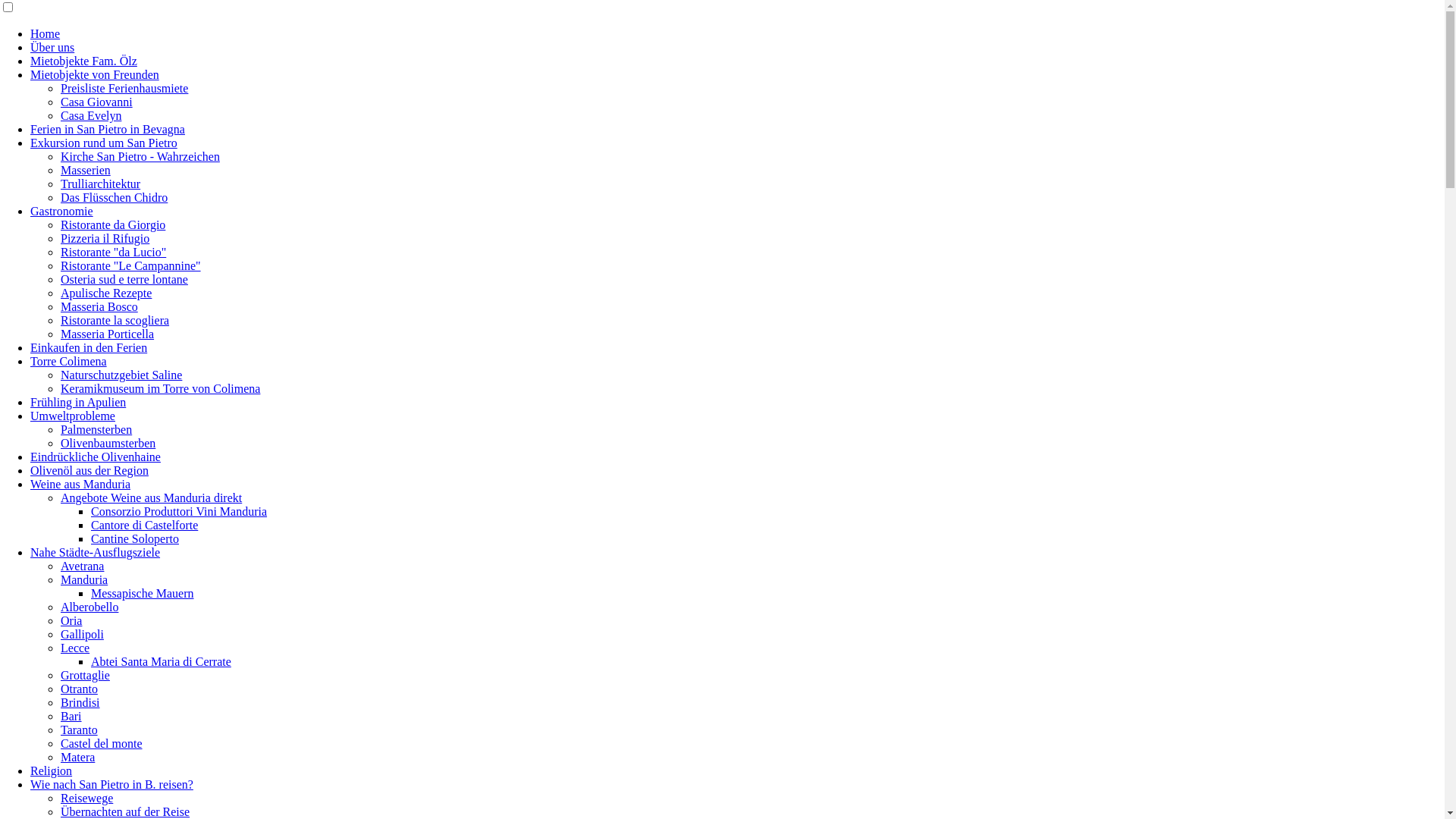 The width and height of the screenshot is (1456, 819). What do you see at coordinates (61, 211) in the screenshot?
I see `'Gastronomie'` at bounding box center [61, 211].